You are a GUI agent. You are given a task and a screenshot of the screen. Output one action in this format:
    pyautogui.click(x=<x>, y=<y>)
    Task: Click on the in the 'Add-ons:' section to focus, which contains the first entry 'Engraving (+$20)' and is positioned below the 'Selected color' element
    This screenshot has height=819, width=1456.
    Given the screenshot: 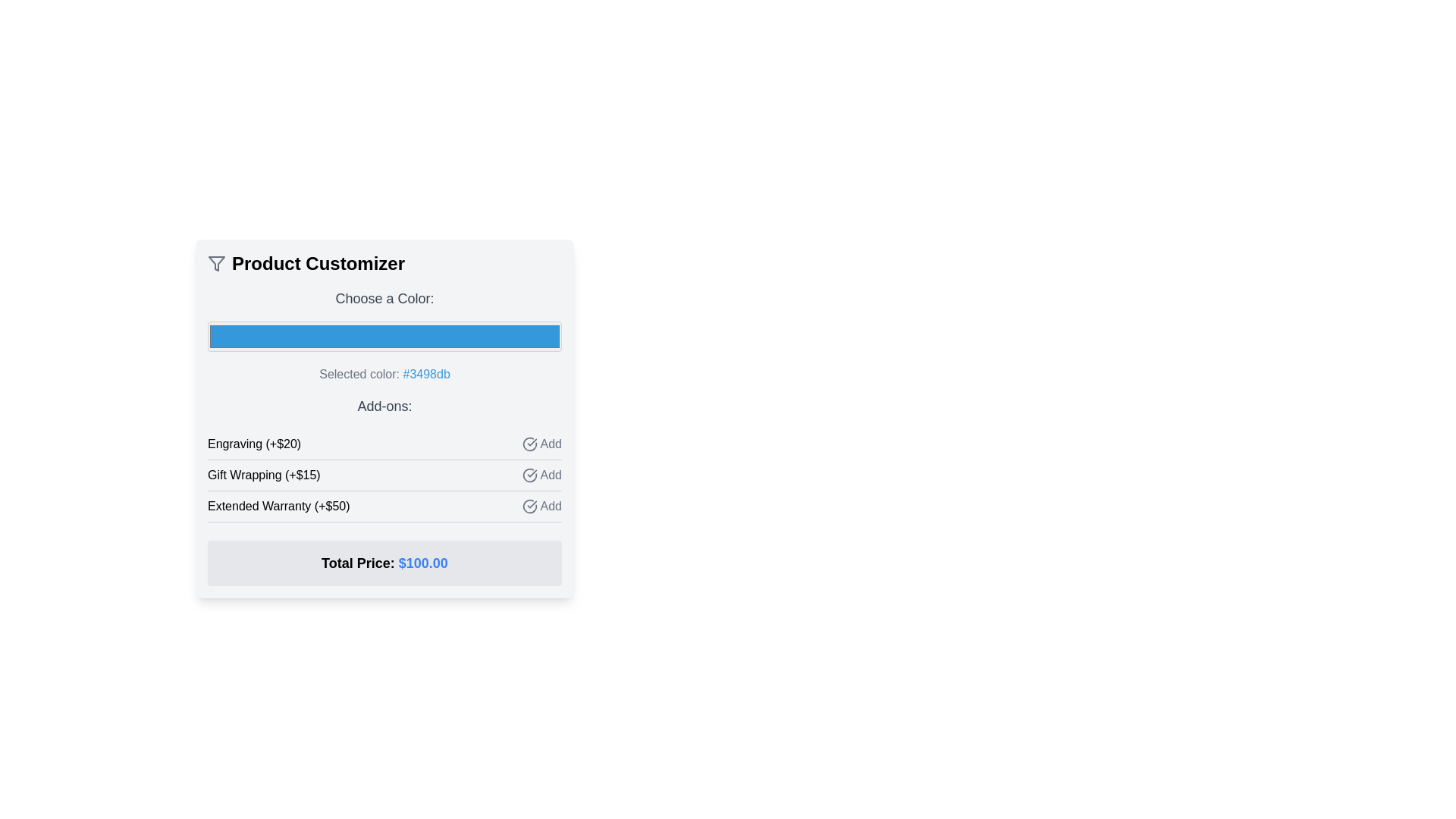 What is the action you would take?
    pyautogui.click(x=384, y=458)
    